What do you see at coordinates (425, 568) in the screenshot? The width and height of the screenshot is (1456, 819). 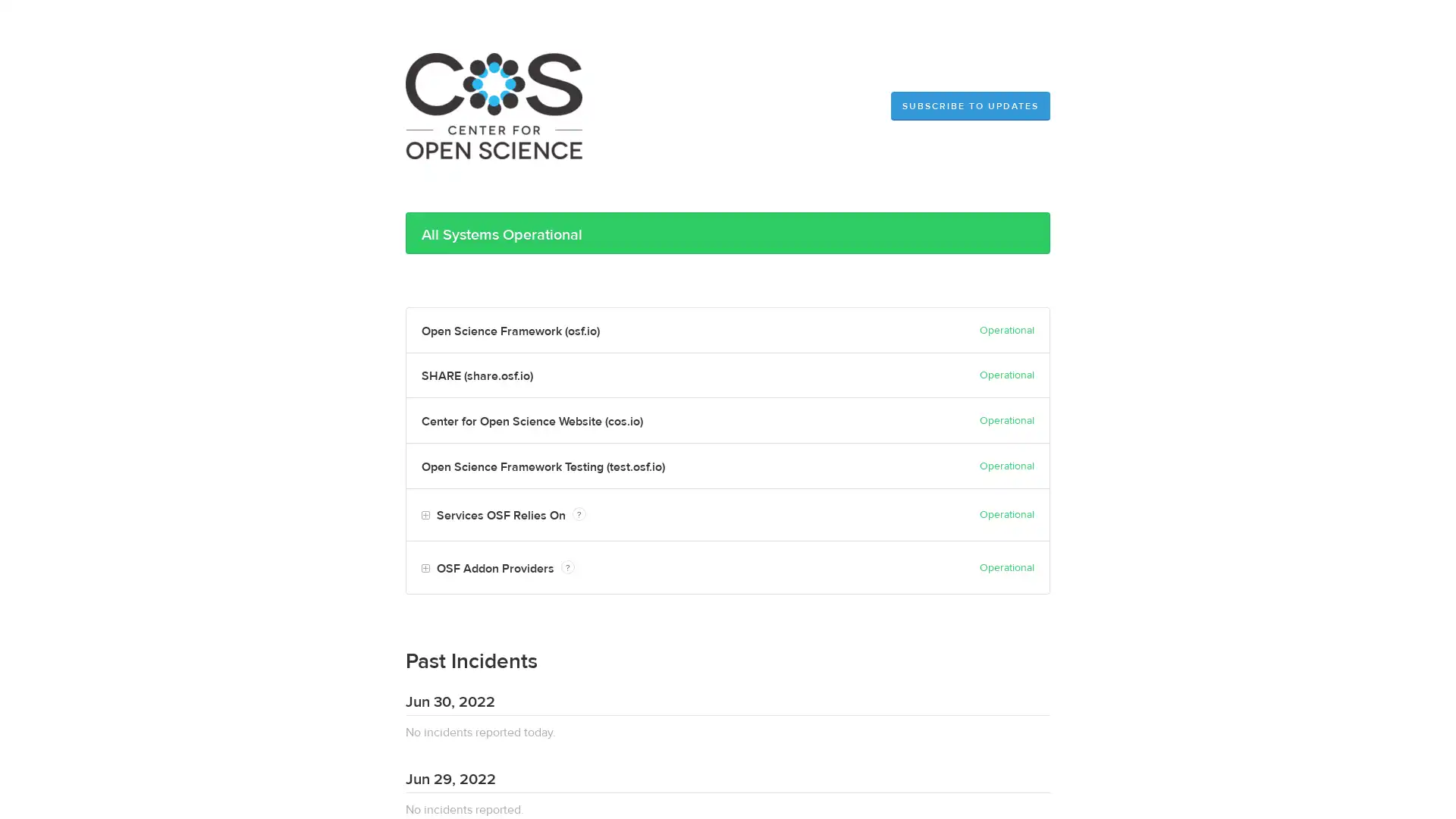 I see `Toggle OSF Addon Providers` at bounding box center [425, 568].